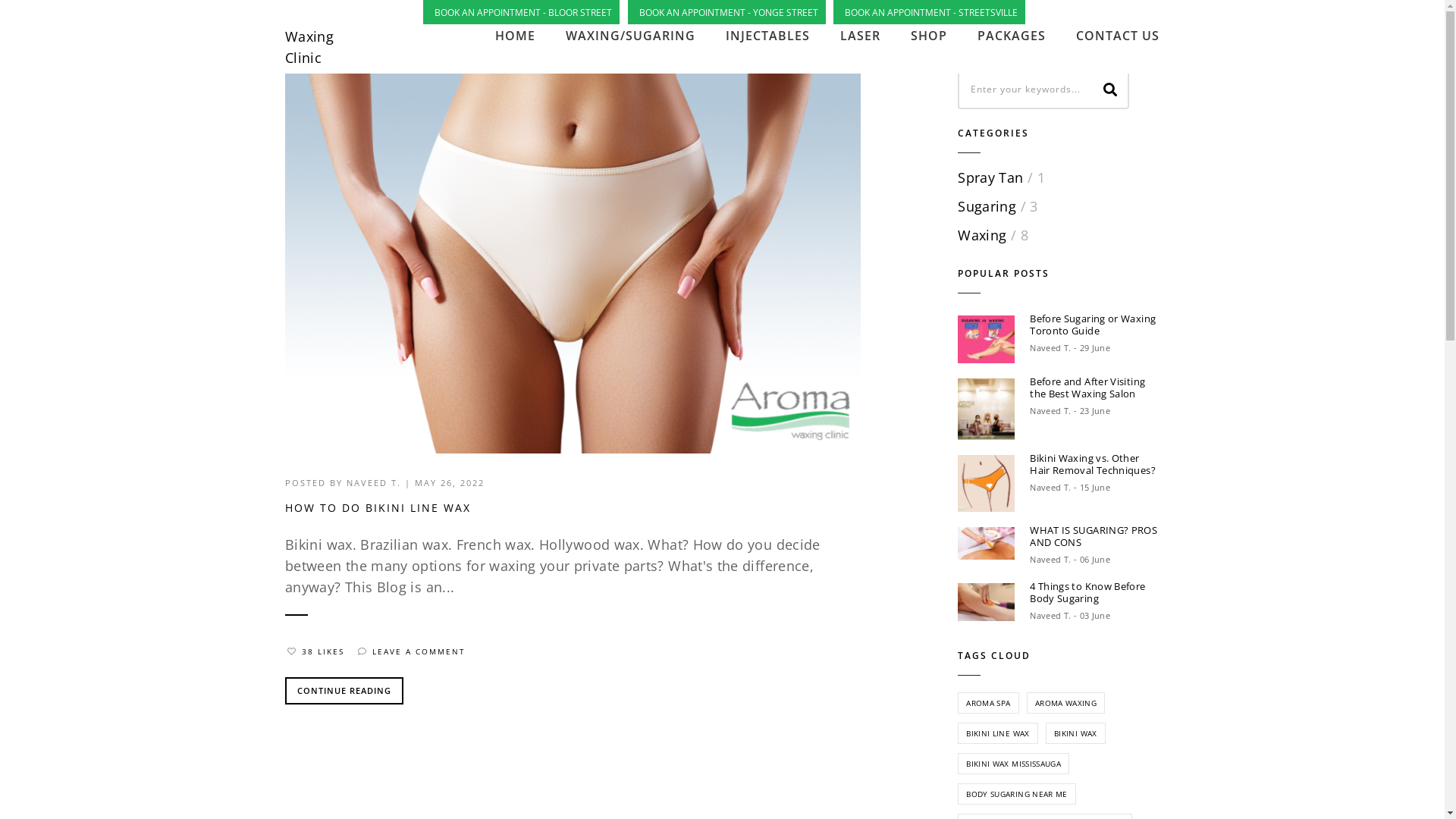 The height and width of the screenshot is (819, 1456). What do you see at coordinates (1094, 386) in the screenshot?
I see `'Before and After Visiting the Best Waxing Salon'` at bounding box center [1094, 386].